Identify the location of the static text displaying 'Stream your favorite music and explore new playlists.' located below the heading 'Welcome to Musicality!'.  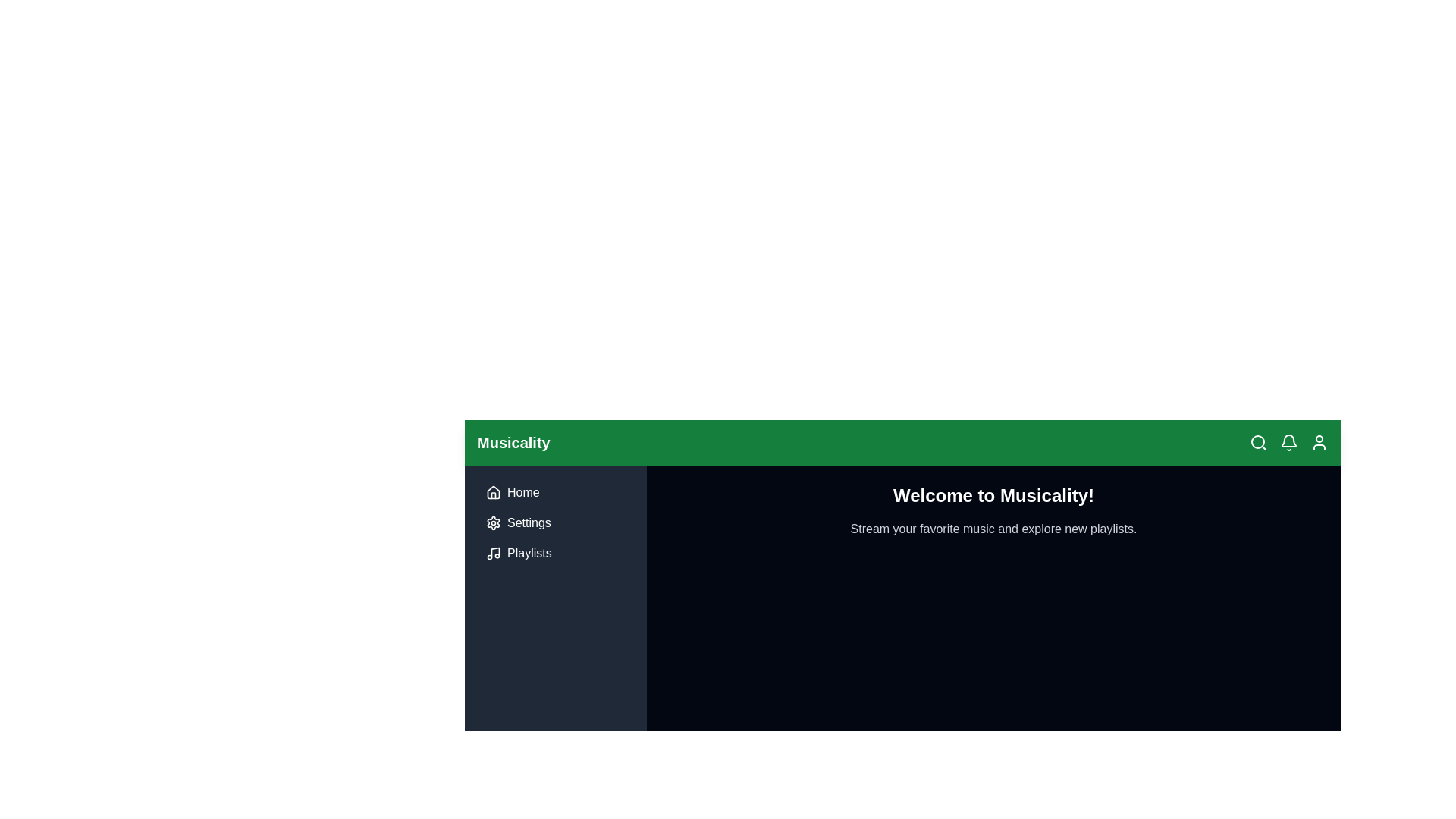
(993, 529).